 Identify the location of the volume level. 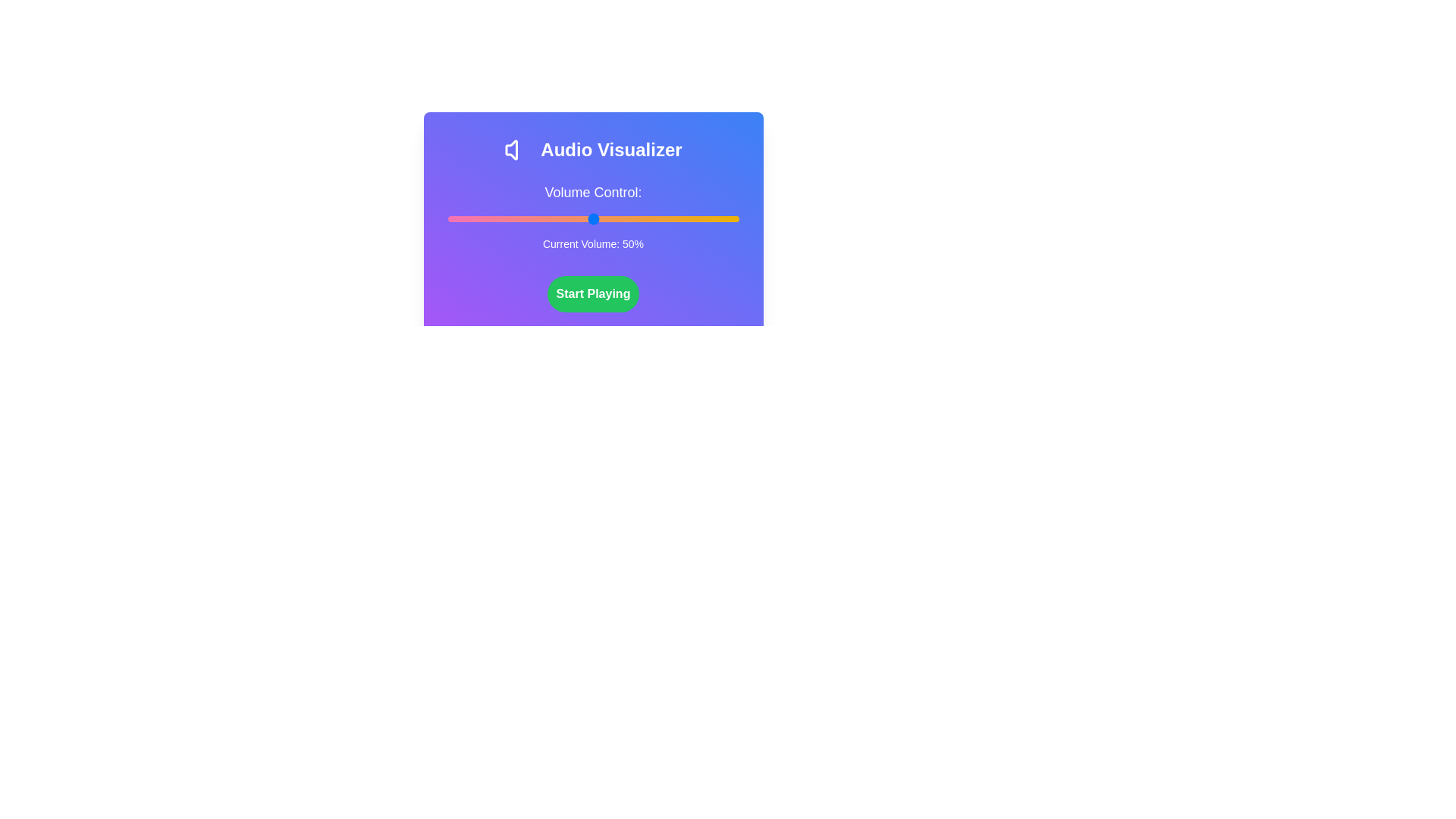
(482, 219).